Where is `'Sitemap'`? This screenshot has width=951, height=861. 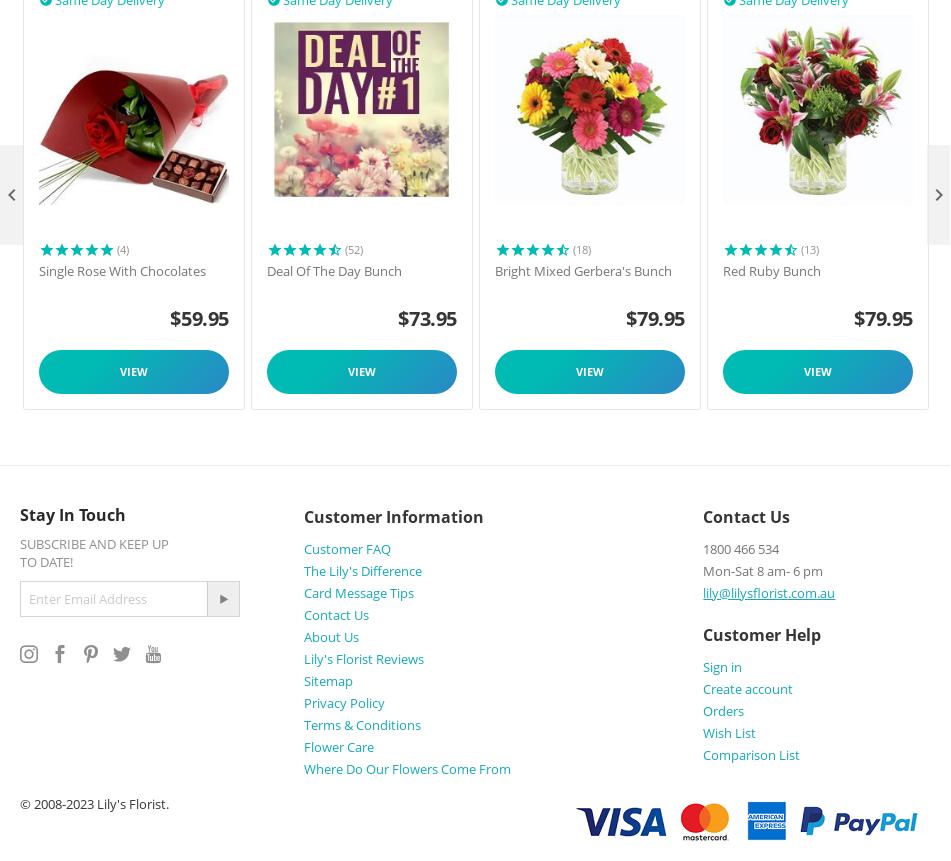
'Sitemap' is located at coordinates (327, 679).